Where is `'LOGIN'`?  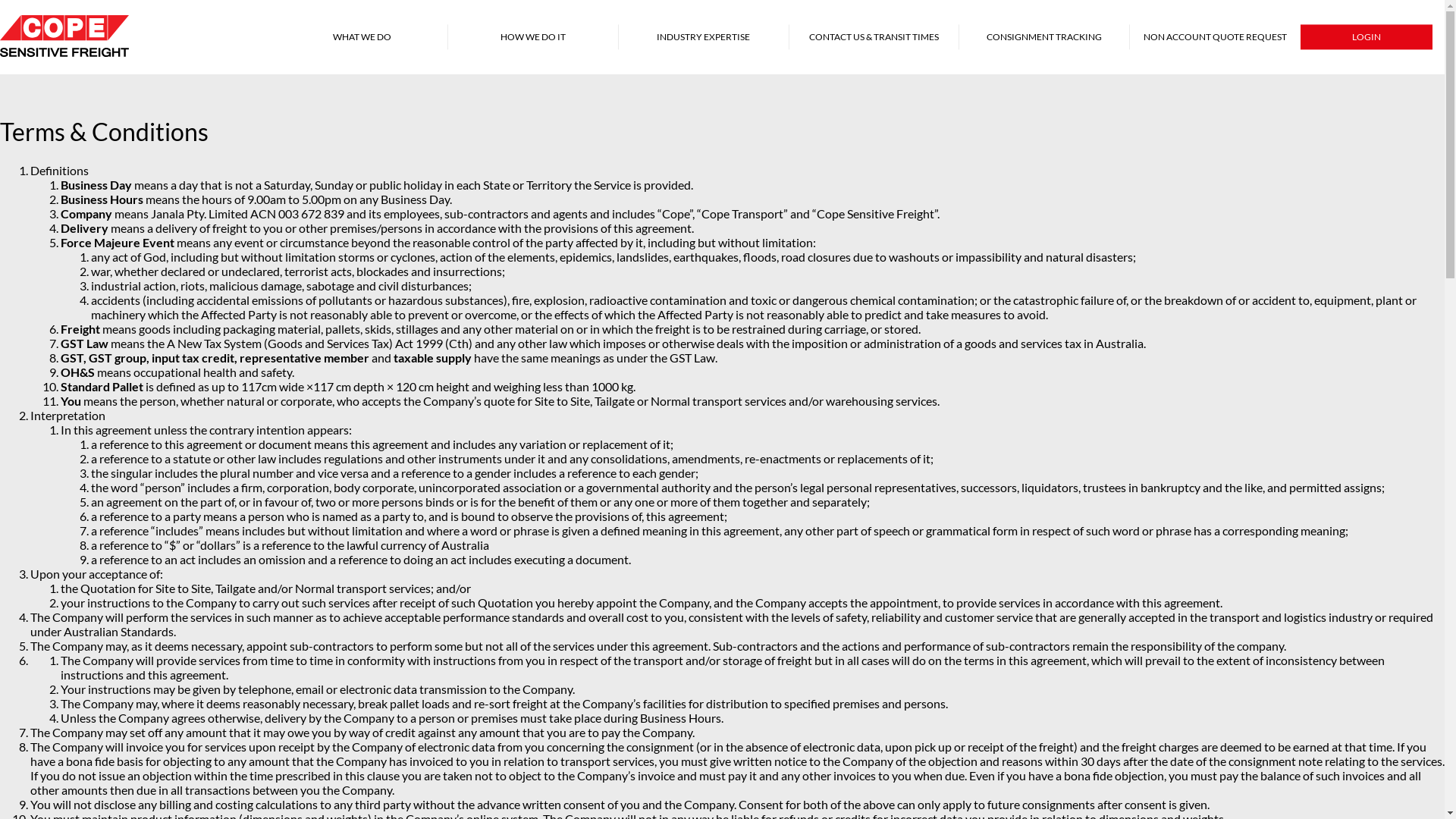
'LOGIN' is located at coordinates (1366, 36).